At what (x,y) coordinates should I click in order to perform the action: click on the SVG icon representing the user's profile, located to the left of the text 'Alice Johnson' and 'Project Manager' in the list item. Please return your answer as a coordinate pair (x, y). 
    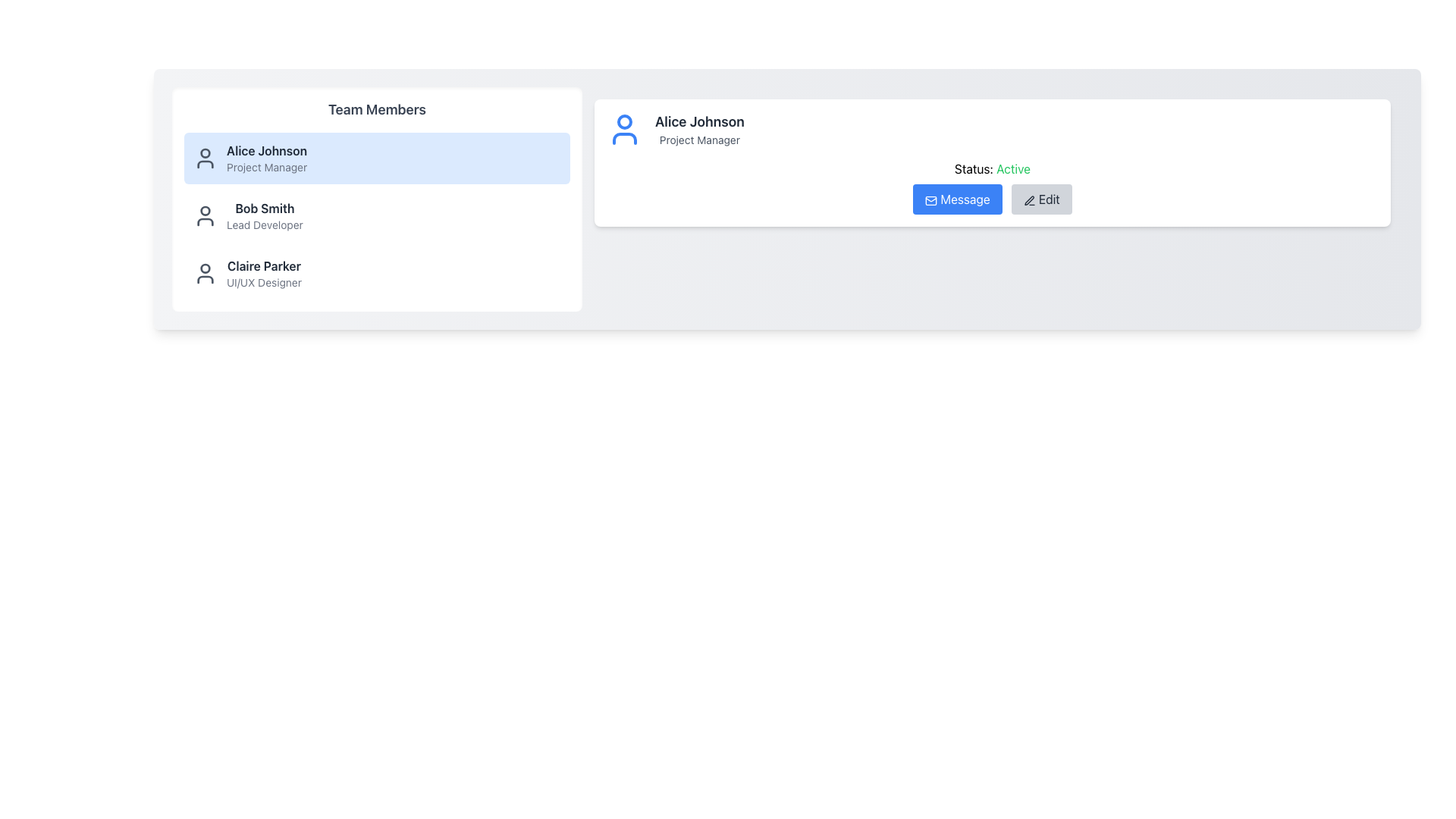
    Looking at the image, I should click on (204, 158).